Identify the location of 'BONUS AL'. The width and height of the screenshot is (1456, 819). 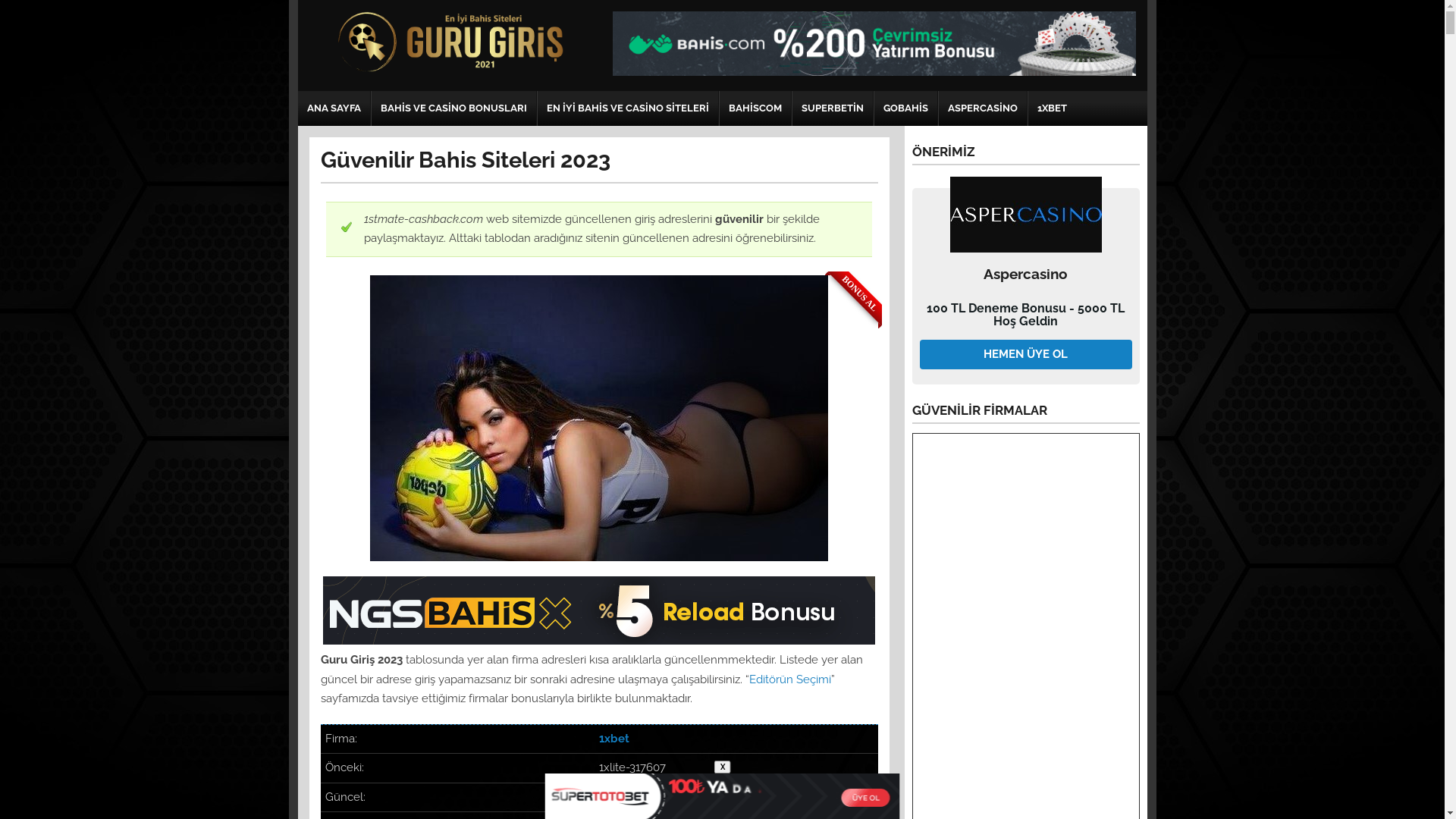
(598, 418).